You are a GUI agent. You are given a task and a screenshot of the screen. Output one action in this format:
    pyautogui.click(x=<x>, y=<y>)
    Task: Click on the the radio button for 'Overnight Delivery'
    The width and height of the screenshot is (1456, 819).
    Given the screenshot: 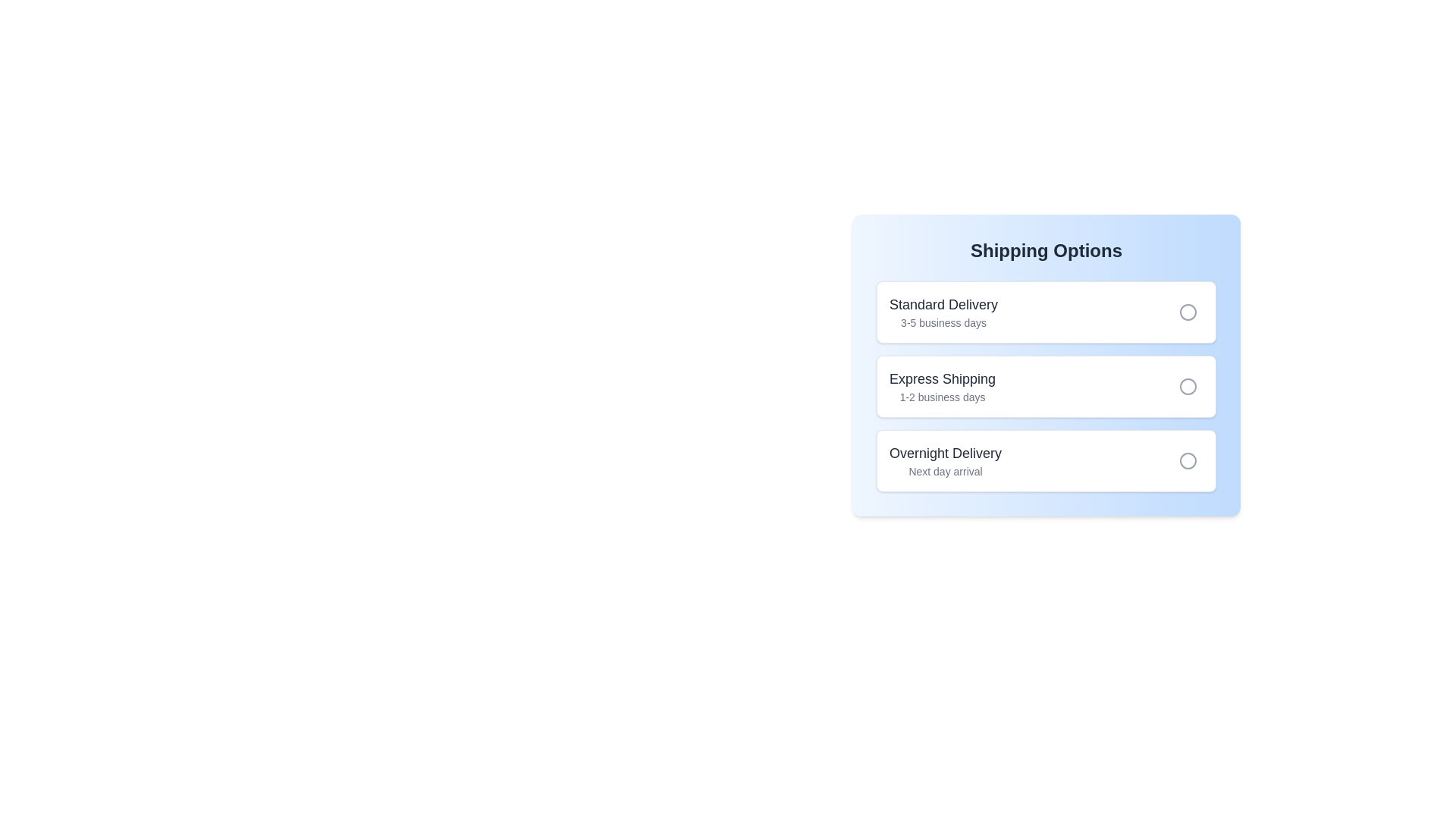 What is the action you would take?
    pyautogui.click(x=1187, y=460)
    